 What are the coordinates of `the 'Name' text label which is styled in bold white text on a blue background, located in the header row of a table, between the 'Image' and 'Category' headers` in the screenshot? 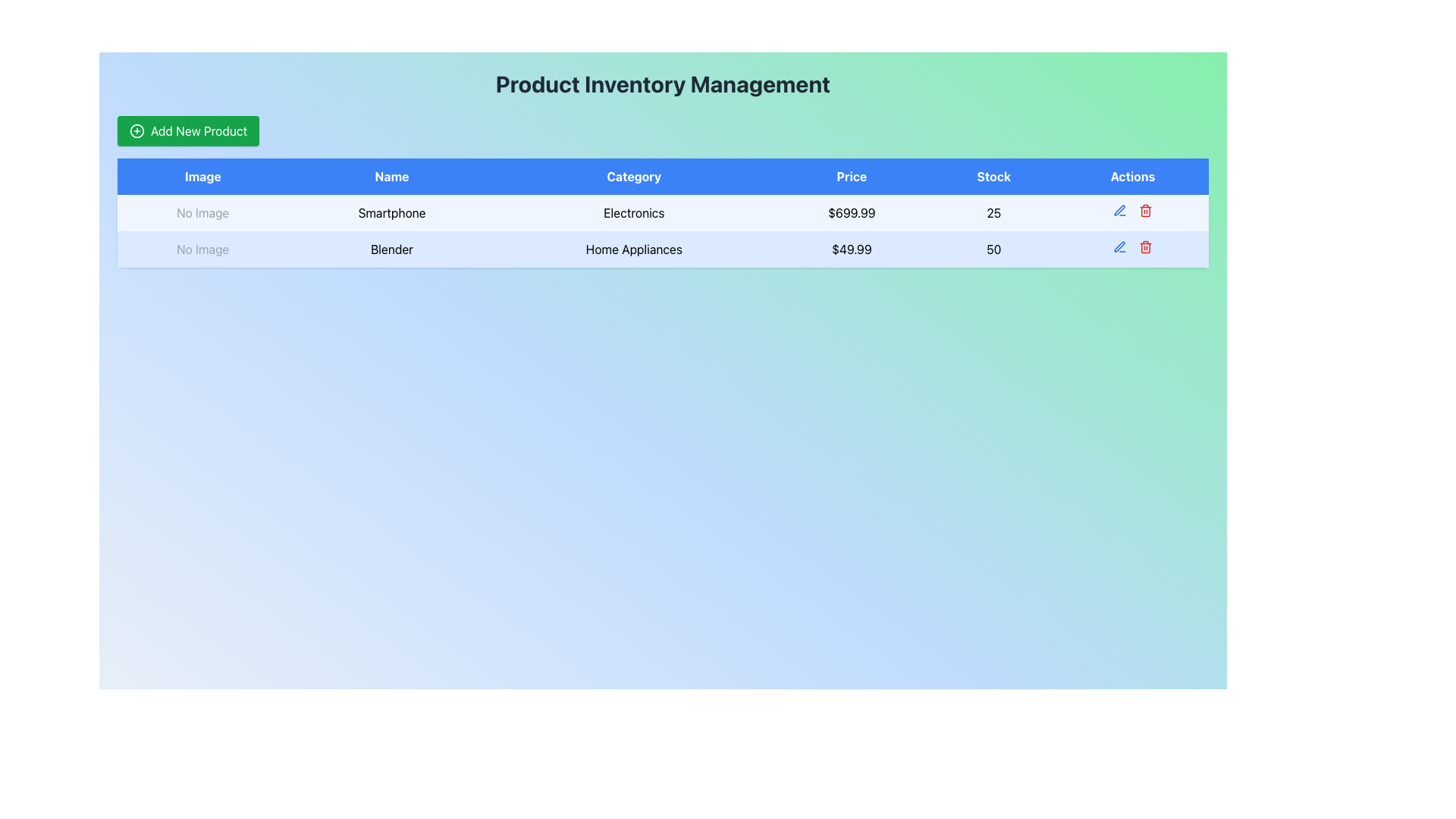 It's located at (392, 175).